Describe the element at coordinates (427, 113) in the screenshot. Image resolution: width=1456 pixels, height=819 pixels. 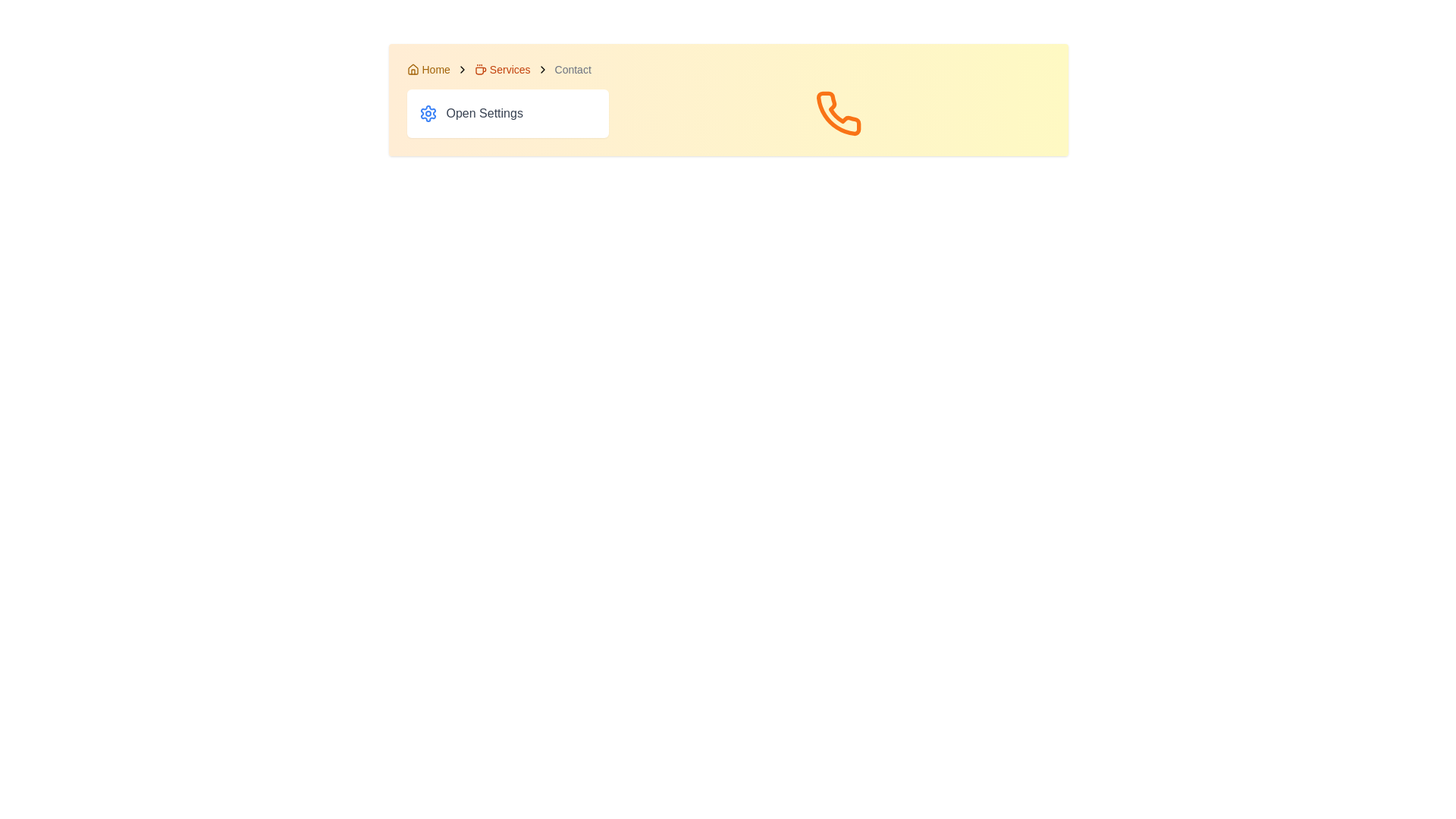
I see `the cogwheel-shaped icon with a blue outline, which is located adjacent to the 'Open Settings' text in the upper central section of the interface` at that location.